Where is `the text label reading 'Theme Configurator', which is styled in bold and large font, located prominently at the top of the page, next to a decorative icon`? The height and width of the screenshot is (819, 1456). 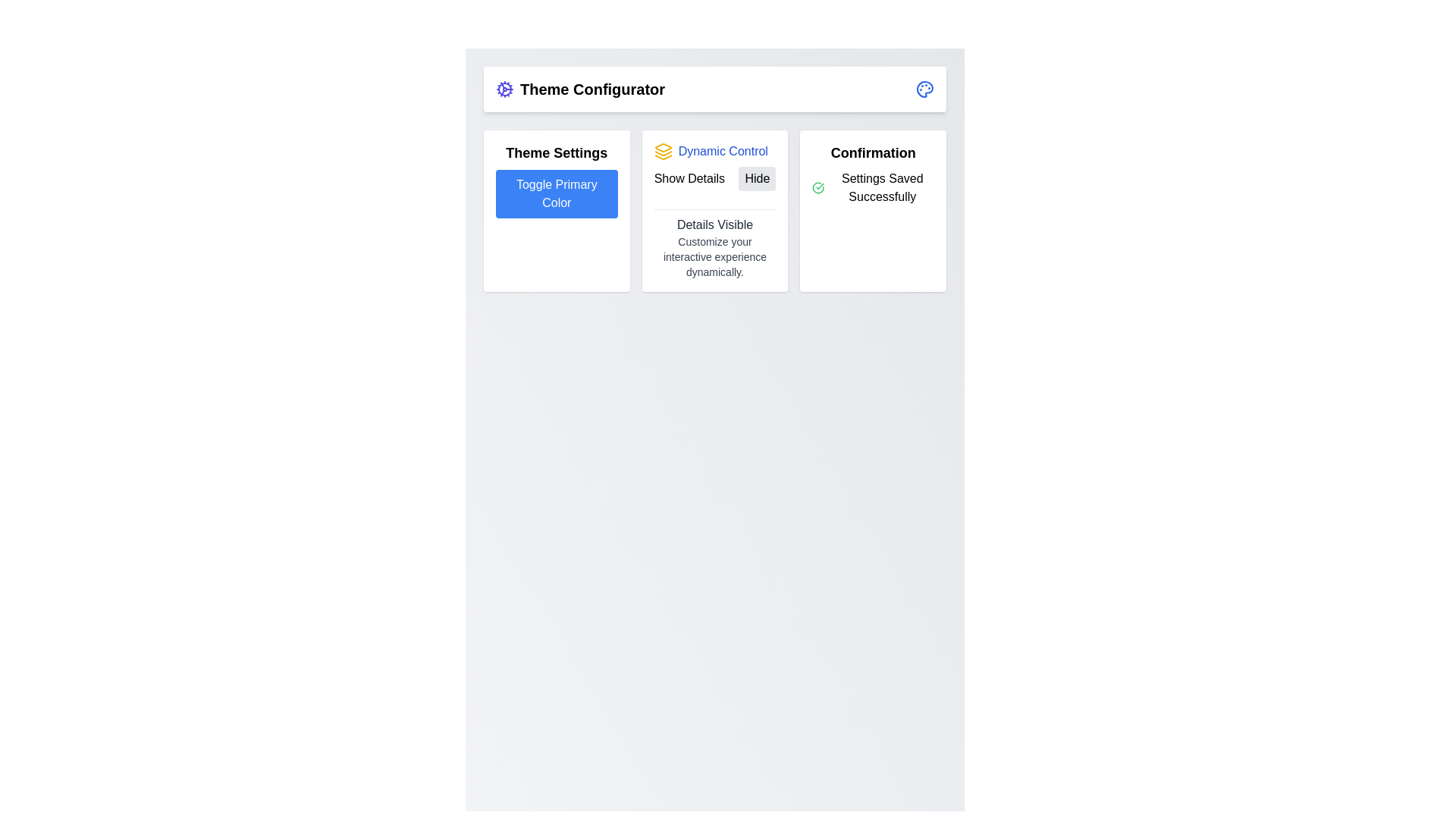 the text label reading 'Theme Configurator', which is styled in bold and large font, located prominently at the top of the page, next to a decorative icon is located at coordinates (591, 89).